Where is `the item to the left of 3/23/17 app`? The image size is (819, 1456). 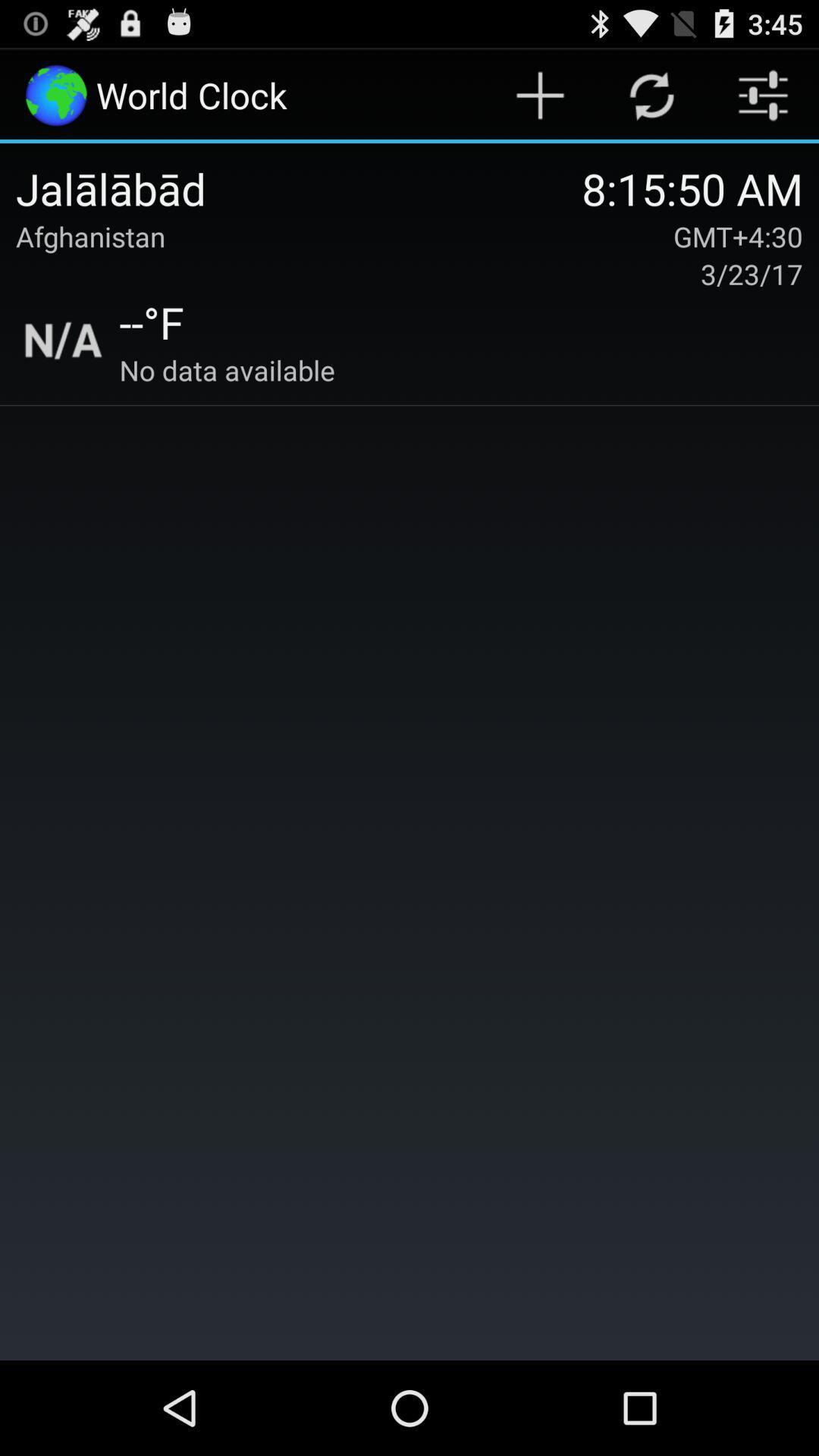 the item to the left of 3/23/17 app is located at coordinates (152, 321).